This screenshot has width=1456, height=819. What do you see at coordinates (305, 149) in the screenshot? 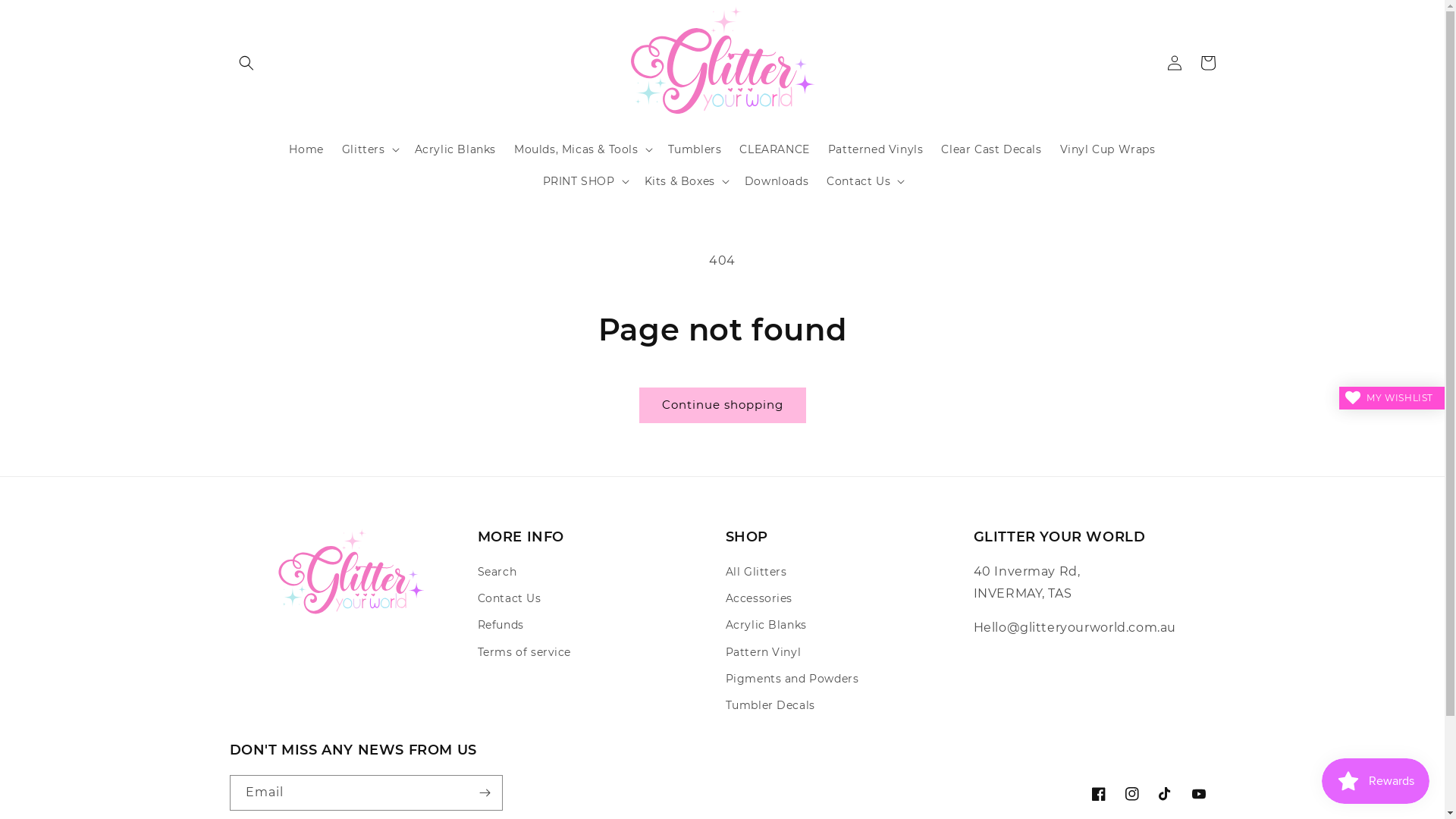
I see `'Home'` at bounding box center [305, 149].